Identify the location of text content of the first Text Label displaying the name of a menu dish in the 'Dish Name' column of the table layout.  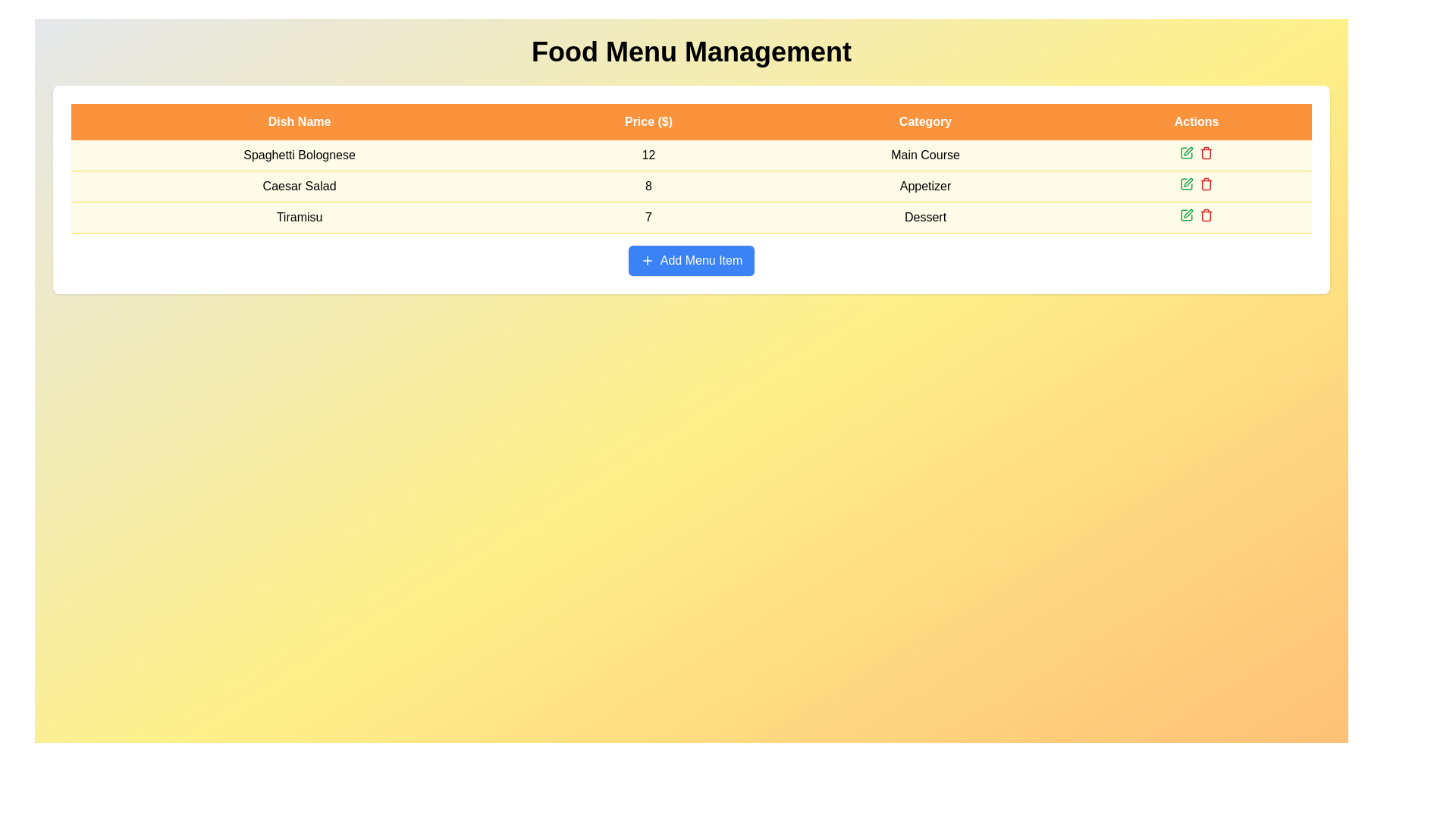
(300, 155).